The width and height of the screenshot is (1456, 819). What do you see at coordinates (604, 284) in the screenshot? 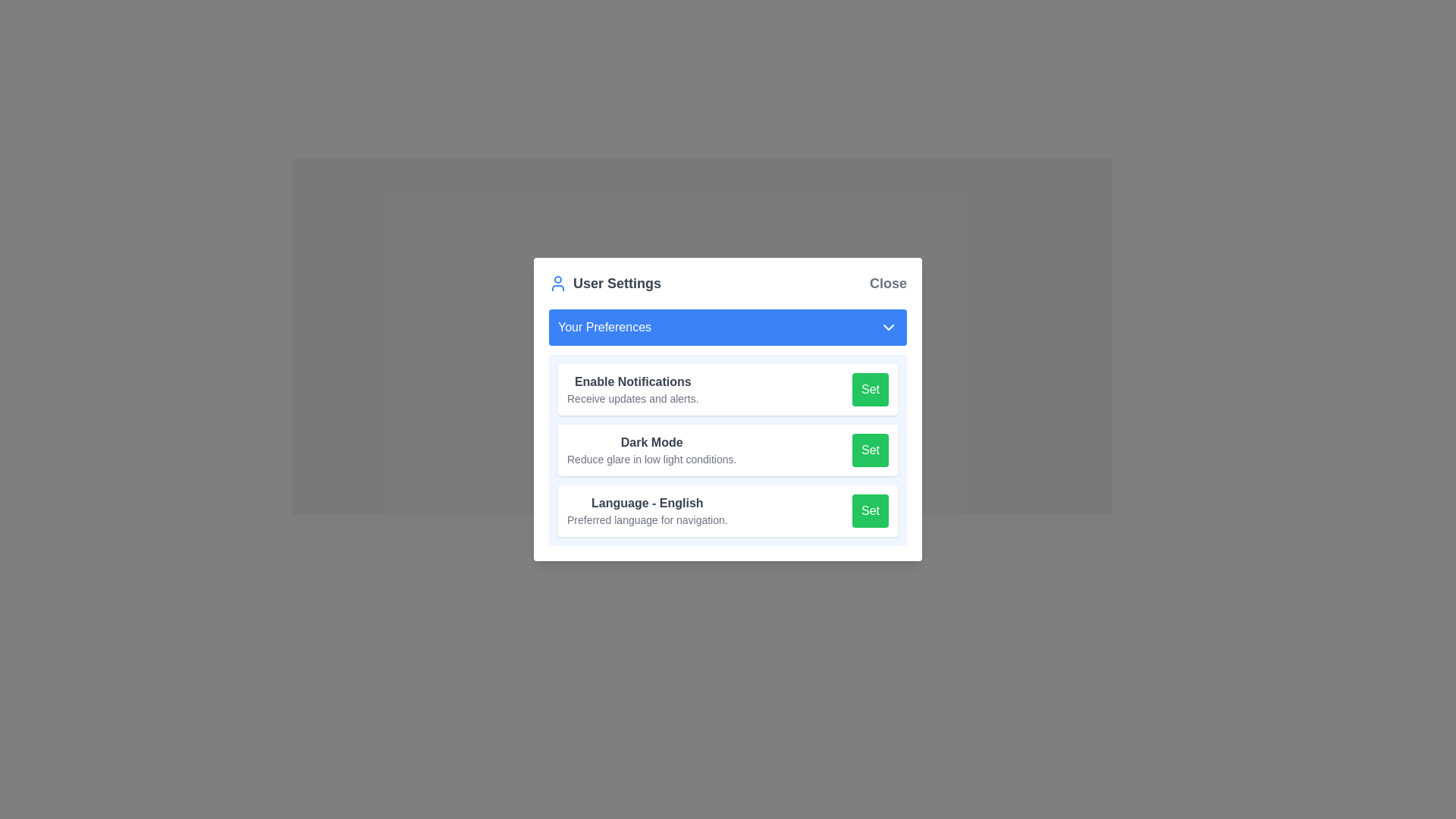
I see `the 'User Settings' text label with the accompanying blue user profile icon, which is styled in bold gray font and is located near the top-left corner of the modal` at bounding box center [604, 284].